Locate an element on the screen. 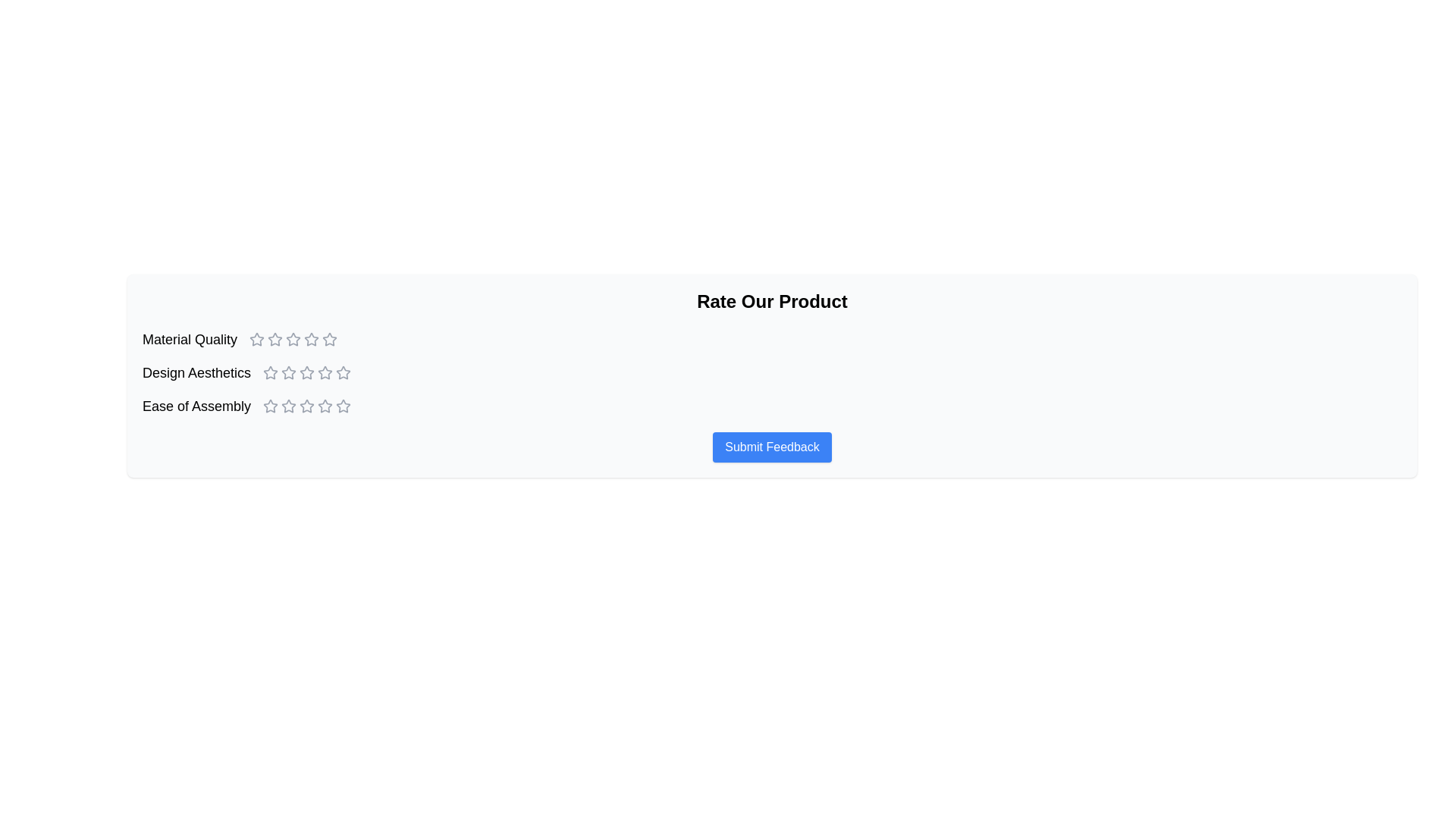  the first rating star for 'Material Quality' located to the right of the label is located at coordinates (257, 338).